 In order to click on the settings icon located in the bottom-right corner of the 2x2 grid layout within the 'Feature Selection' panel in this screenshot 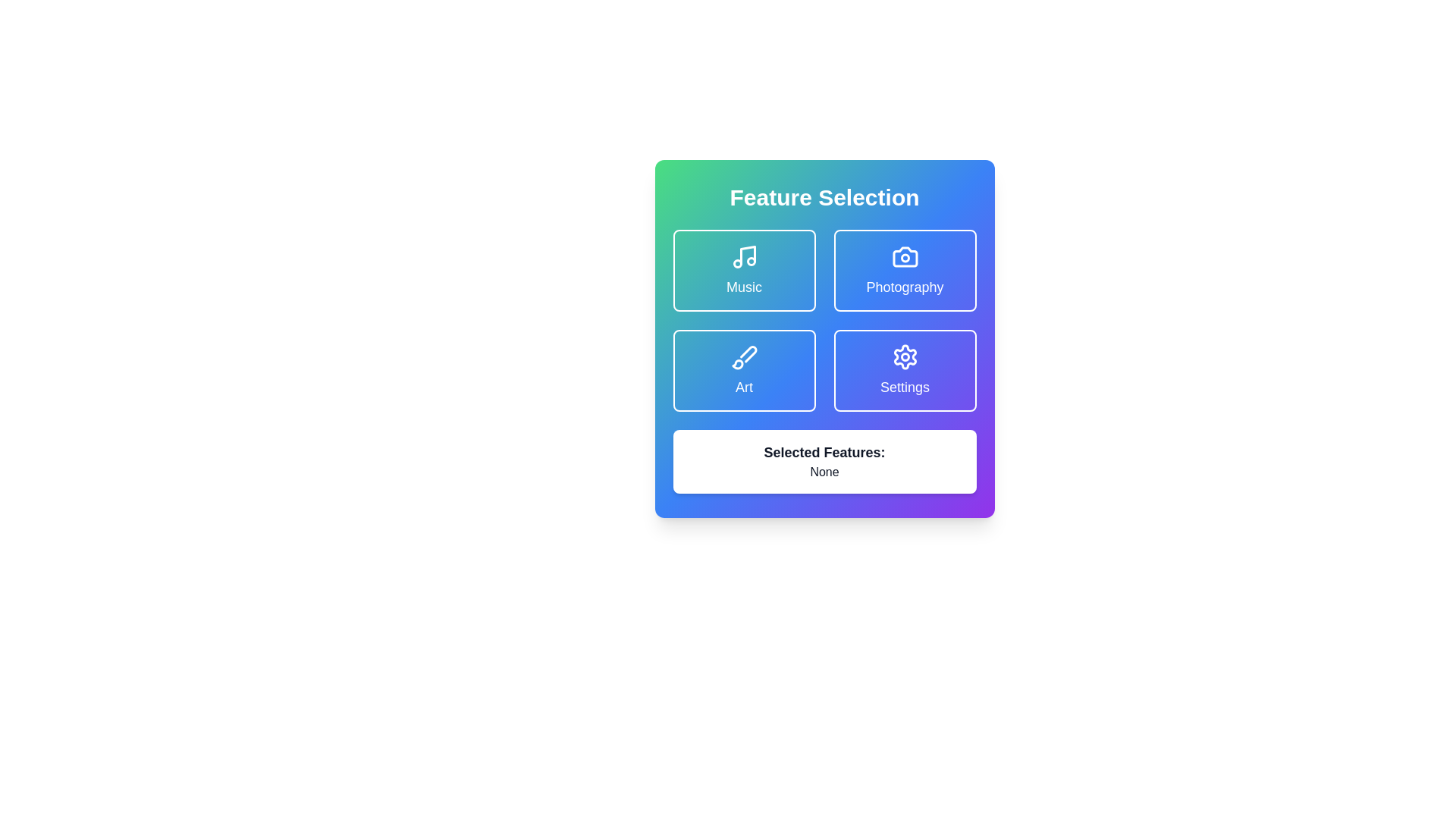, I will do `click(905, 356)`.